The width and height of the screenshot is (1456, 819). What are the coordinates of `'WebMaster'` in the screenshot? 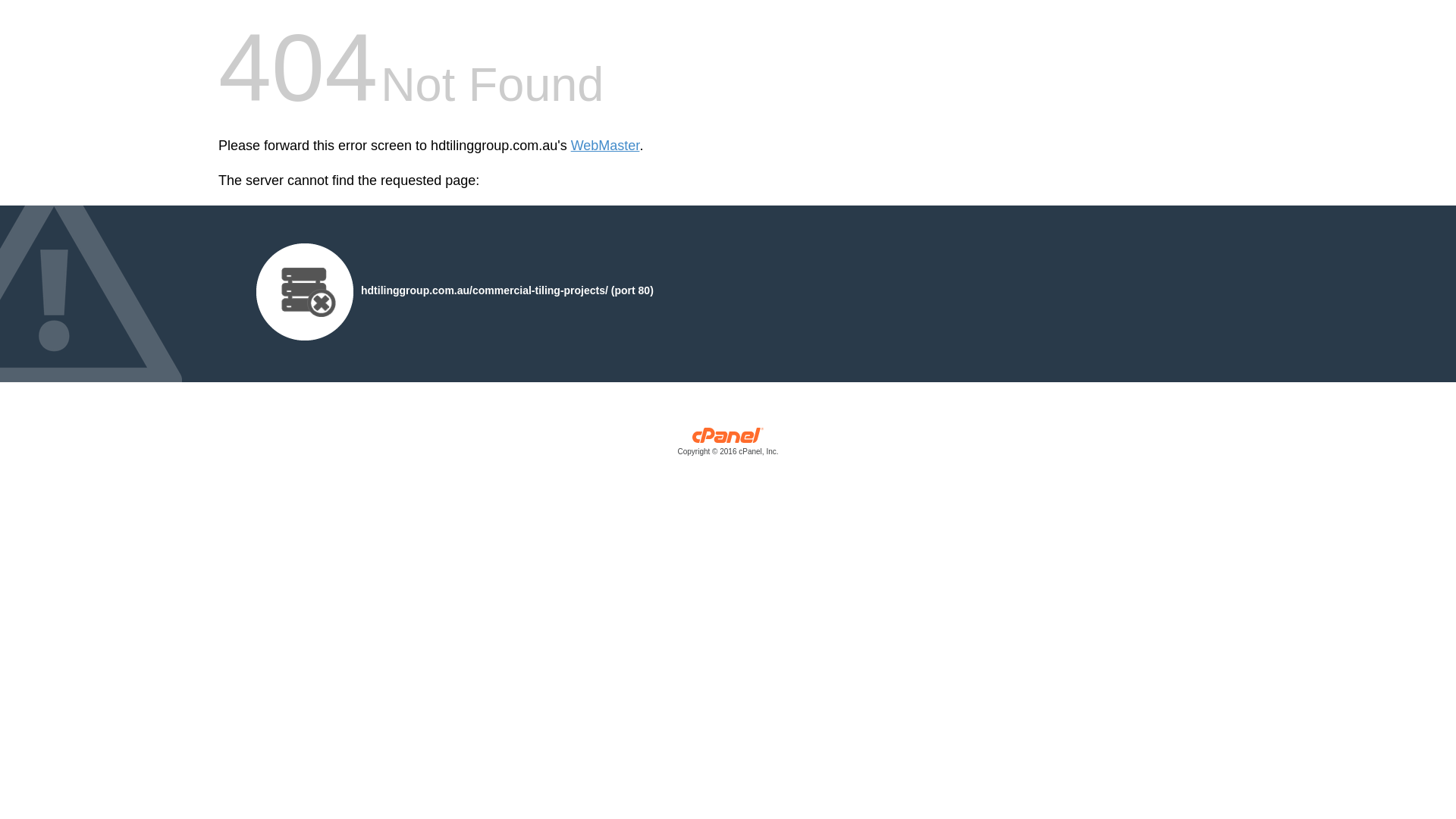 It's located at (604, 146).